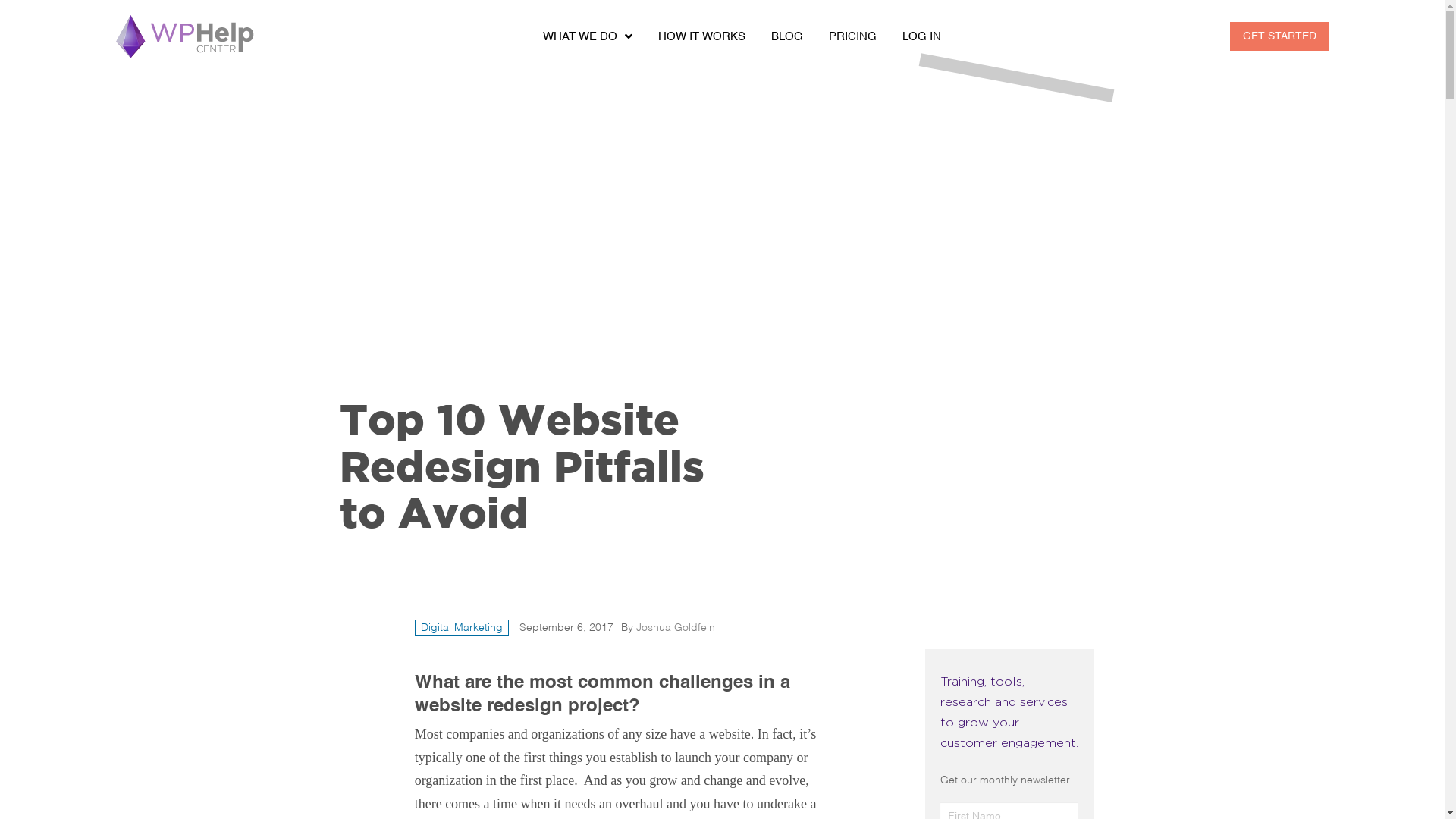  What do you see at coordinates (700, 35) in the screenshot?
I see `'HOW IT WORKS'` at bounding box center [700, 35].